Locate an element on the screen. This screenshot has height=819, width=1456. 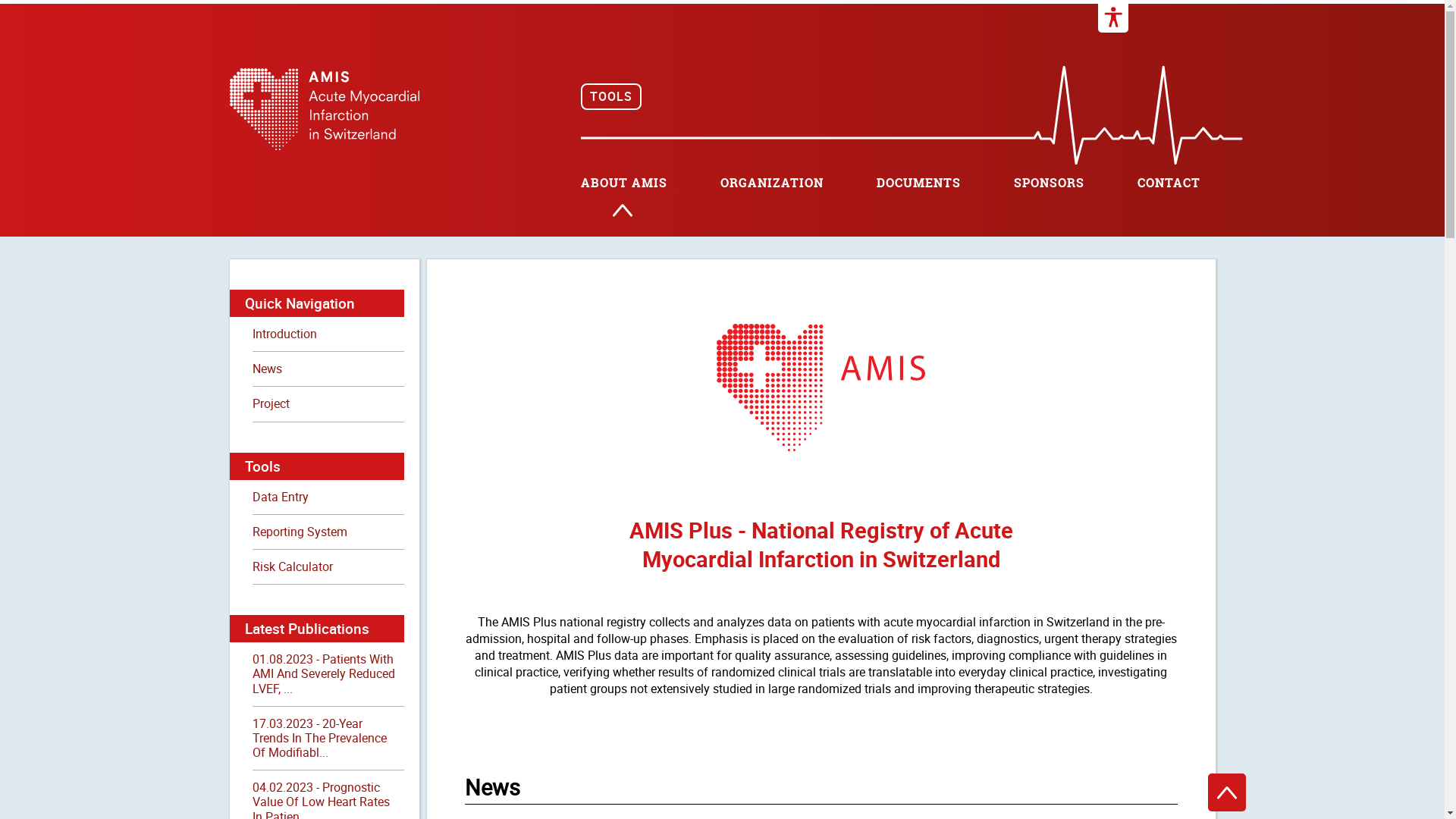
'Project' is located at coordinates (327, 403).